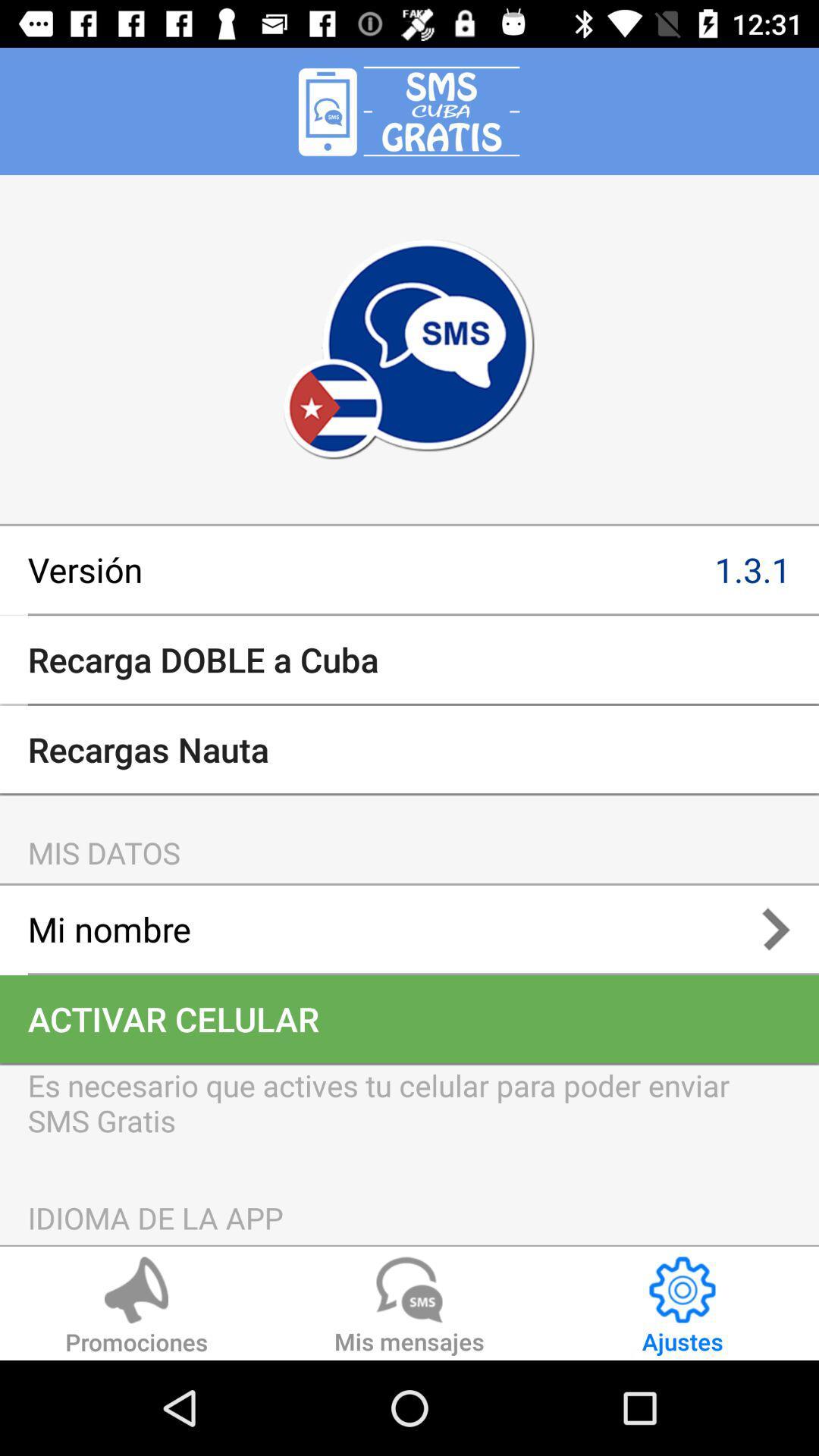  I want to click on the button to the left of ajustes, so click(409, 1307).